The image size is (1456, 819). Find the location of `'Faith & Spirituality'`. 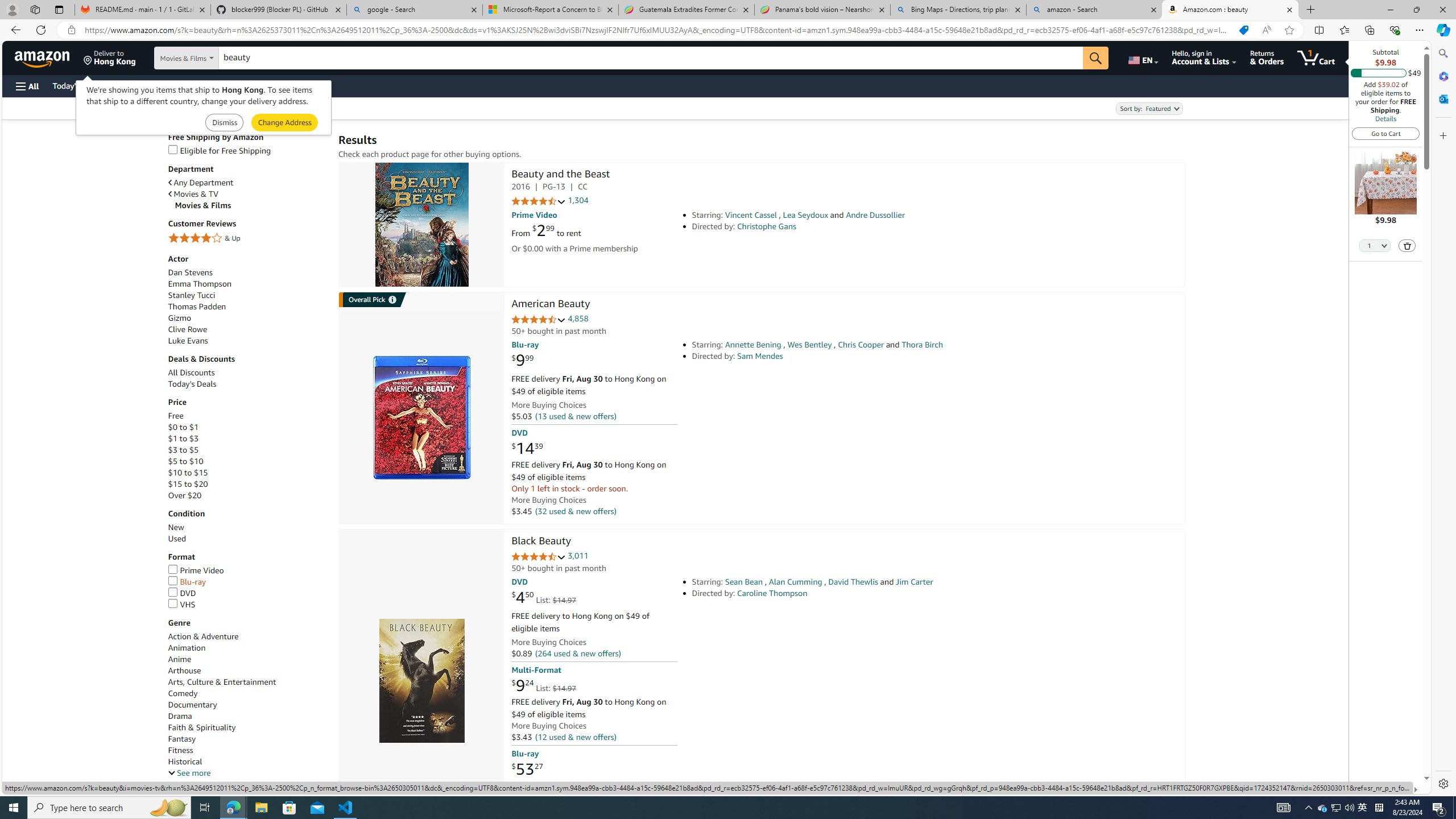

'Faith & Spirituality' is located at coordinates (247, 727).